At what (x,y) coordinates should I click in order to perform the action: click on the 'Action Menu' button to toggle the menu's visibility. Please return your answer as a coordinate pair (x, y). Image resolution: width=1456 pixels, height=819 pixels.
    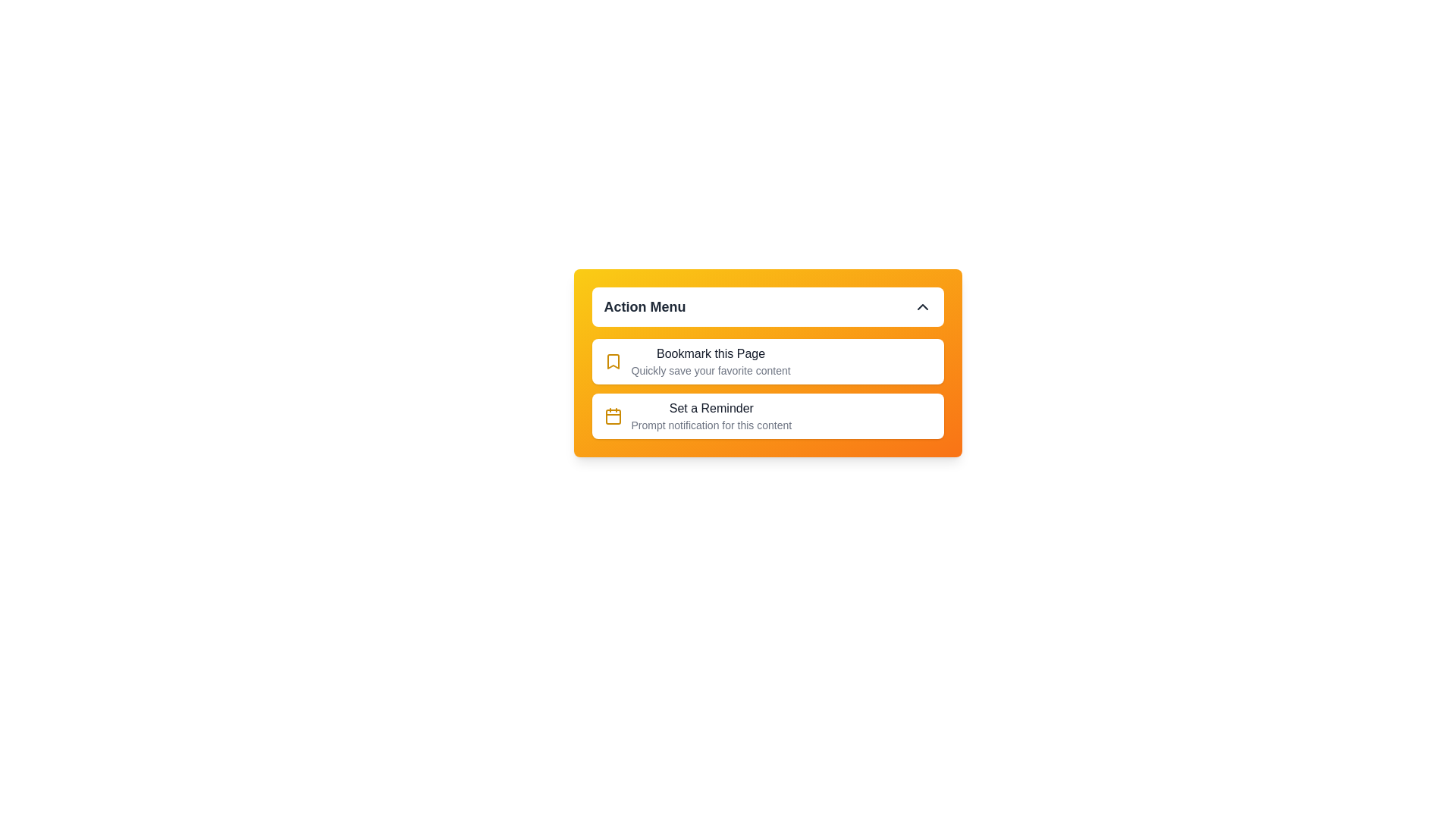
    Looking at the image, I should click on (767, 307).